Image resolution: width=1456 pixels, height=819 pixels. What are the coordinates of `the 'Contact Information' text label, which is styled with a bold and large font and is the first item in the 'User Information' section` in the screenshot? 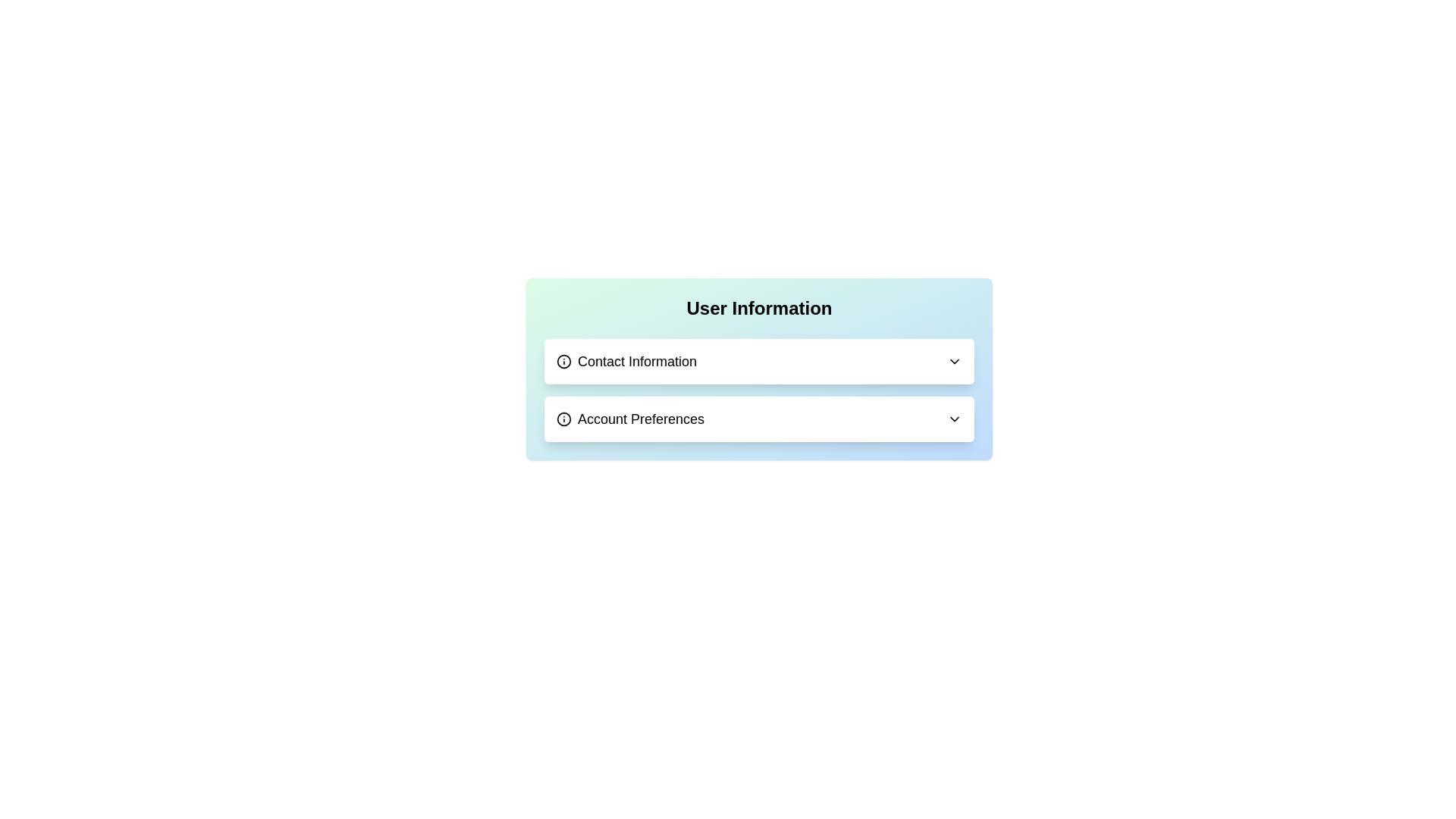 It's located at (626, 362).